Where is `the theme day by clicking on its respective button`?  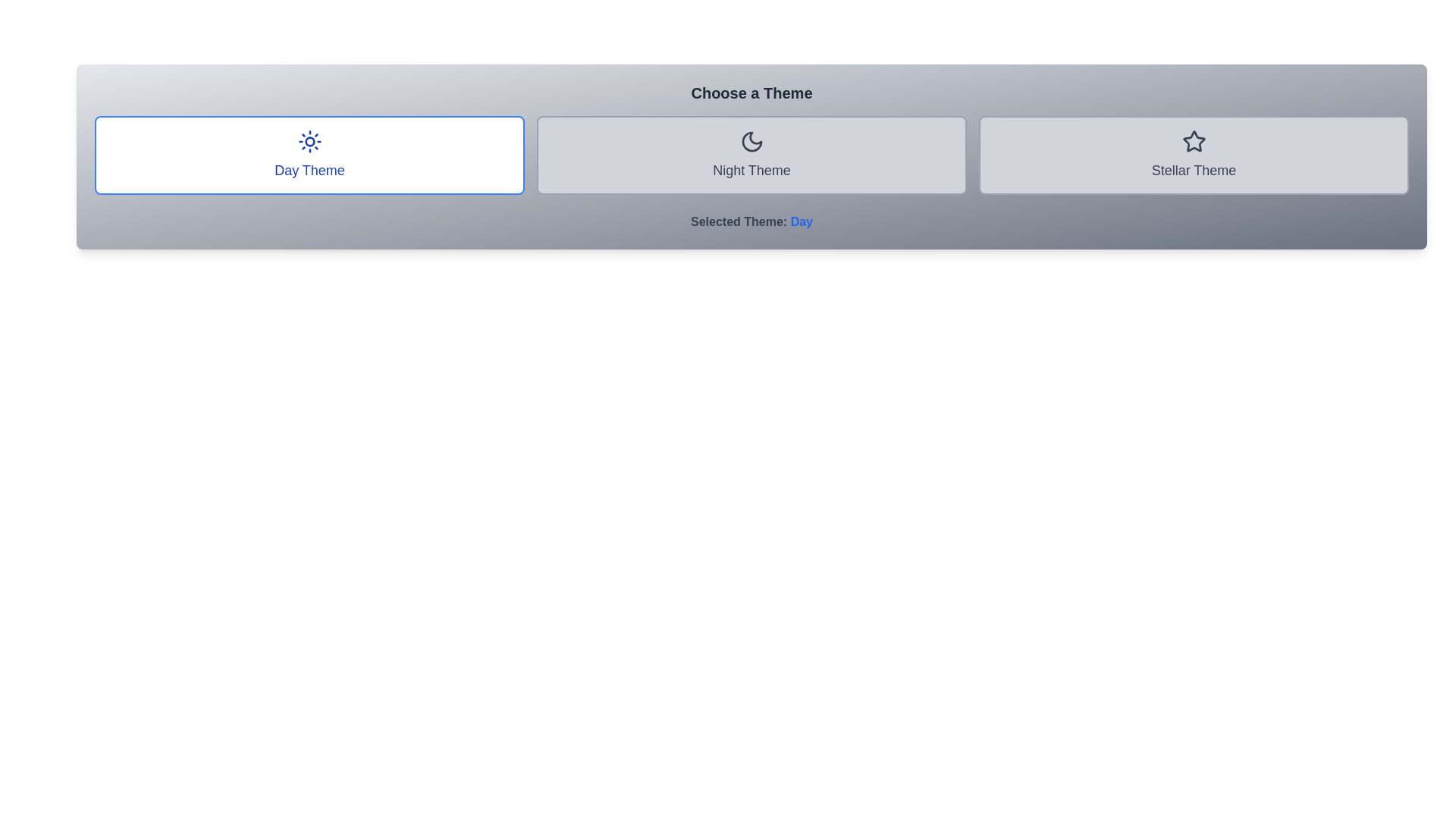
the theme day by clicking on its respective button is located at coordinates (309, 155).